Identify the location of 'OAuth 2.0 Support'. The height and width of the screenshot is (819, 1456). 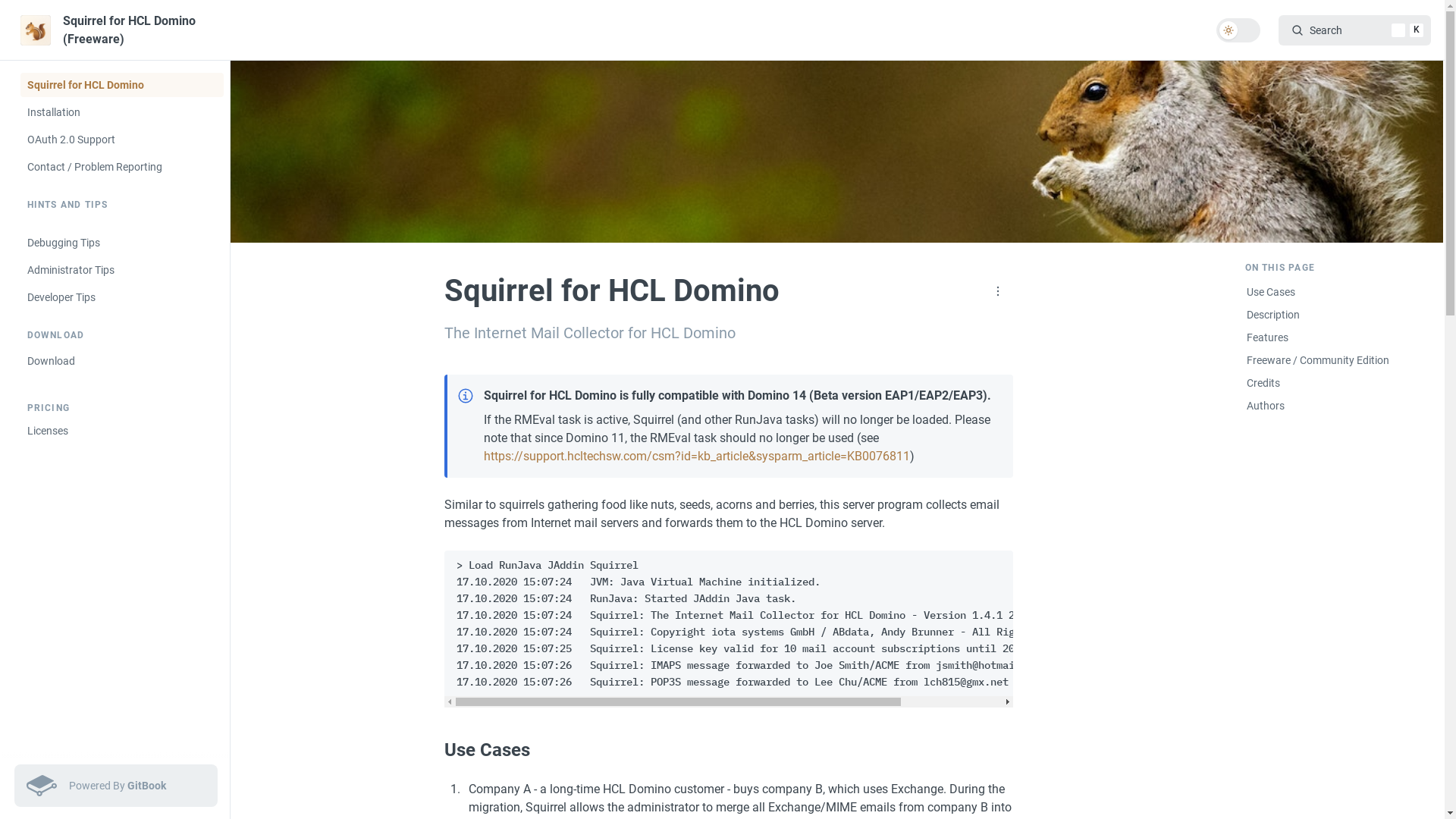
(120, 140).